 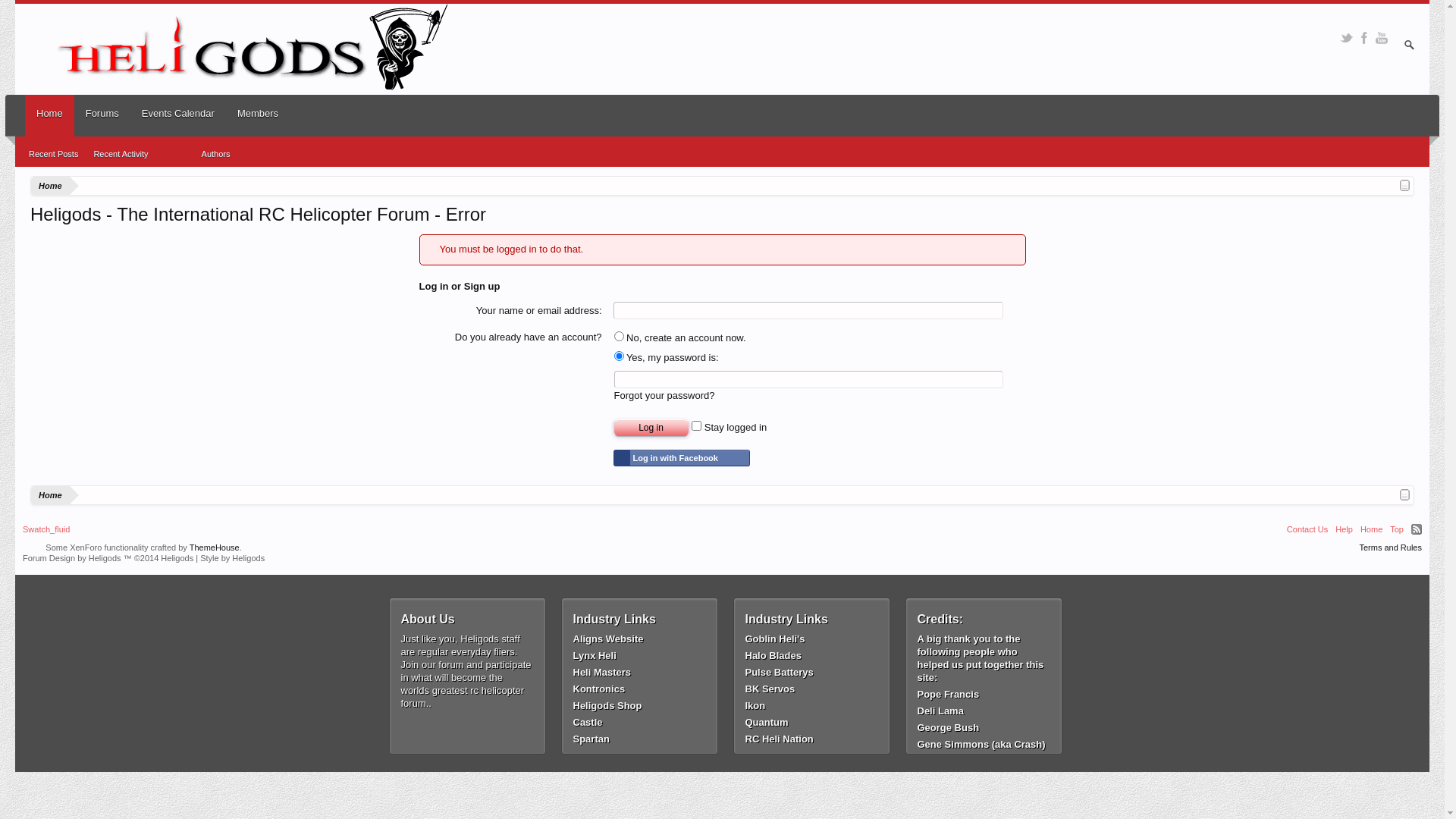 What do you see at coordinates (85, 152) in the screenshot?
I see `'Recent Activity'` at bounding box center [85, 152].